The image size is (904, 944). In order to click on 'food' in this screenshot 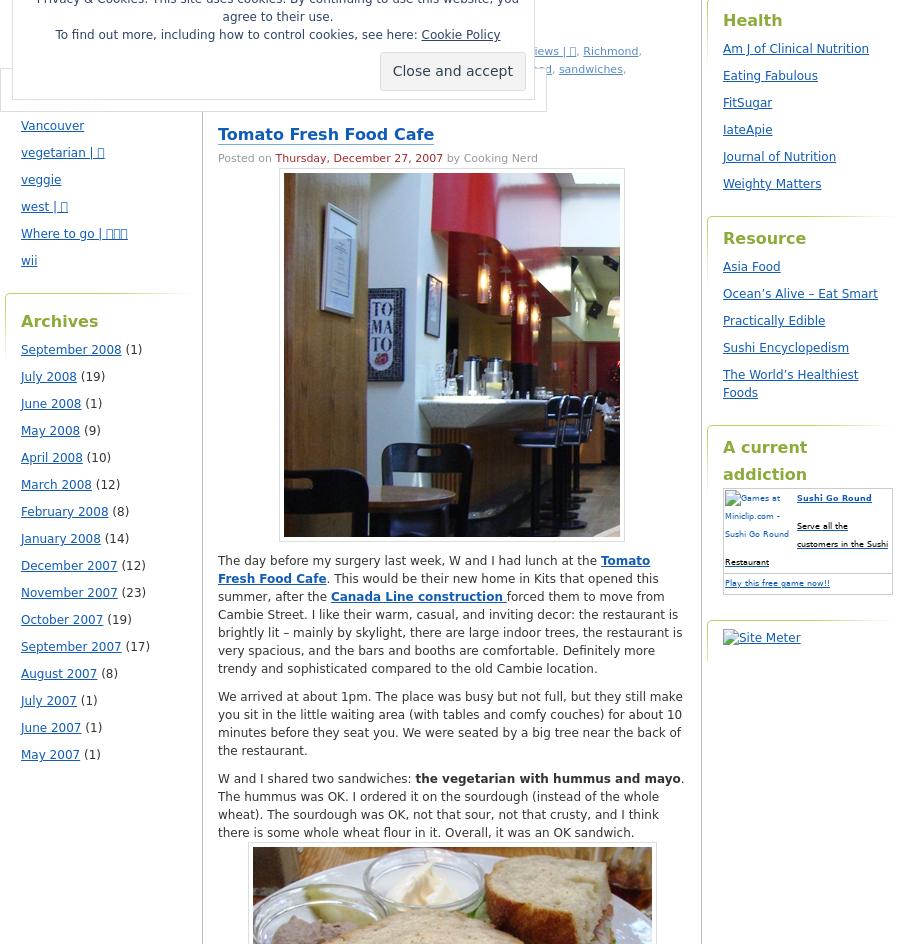, I will do `click(538, 68)`.